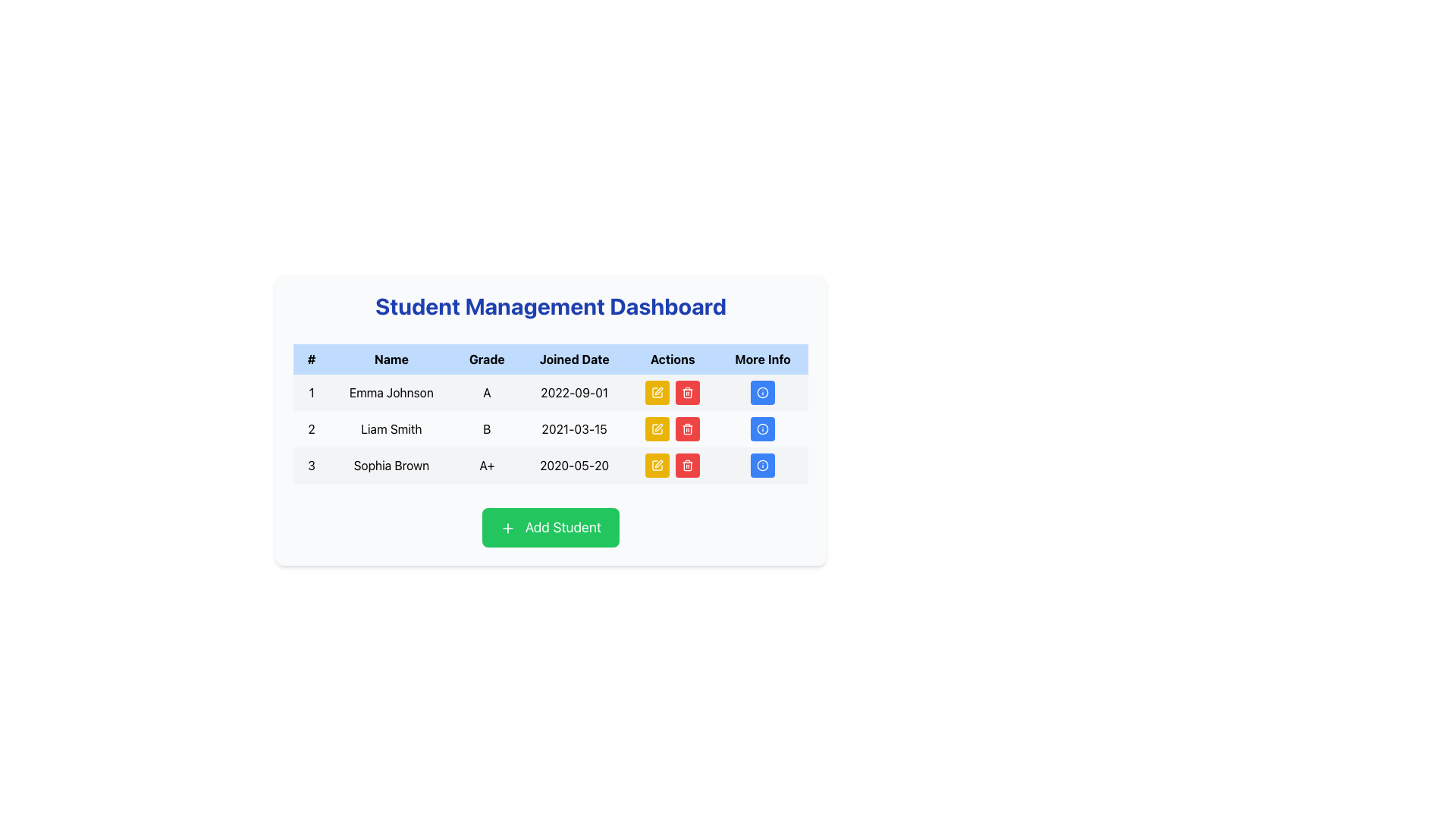  Describe the element at coordinates (763, 429) in the screenshot. I see `the information button with an 'i' symbol in the 'More Info' column of the second row for the student named 'Liam Smith'` at that location.